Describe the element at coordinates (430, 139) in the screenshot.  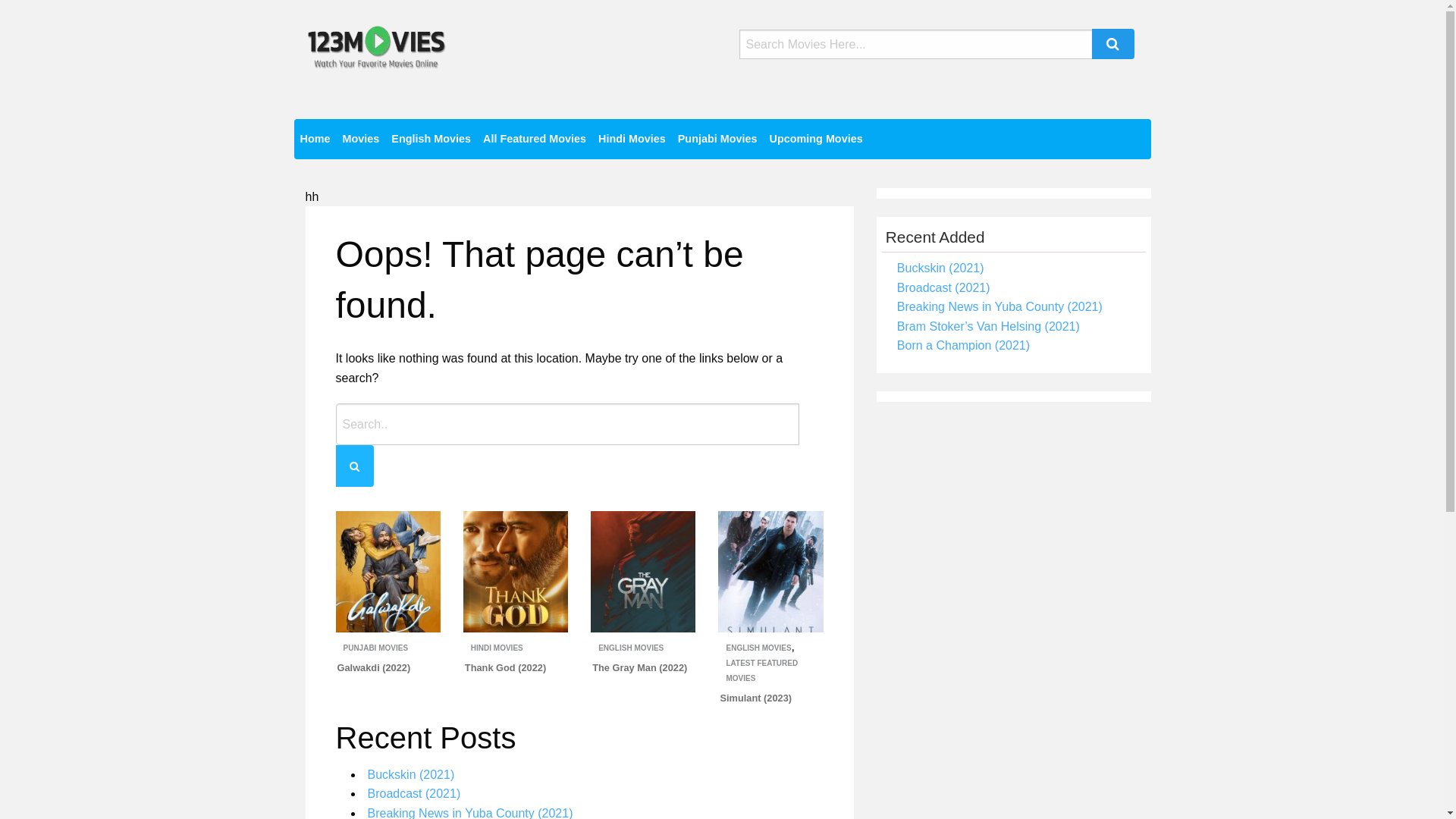
I see `'English Movies'` at that location.